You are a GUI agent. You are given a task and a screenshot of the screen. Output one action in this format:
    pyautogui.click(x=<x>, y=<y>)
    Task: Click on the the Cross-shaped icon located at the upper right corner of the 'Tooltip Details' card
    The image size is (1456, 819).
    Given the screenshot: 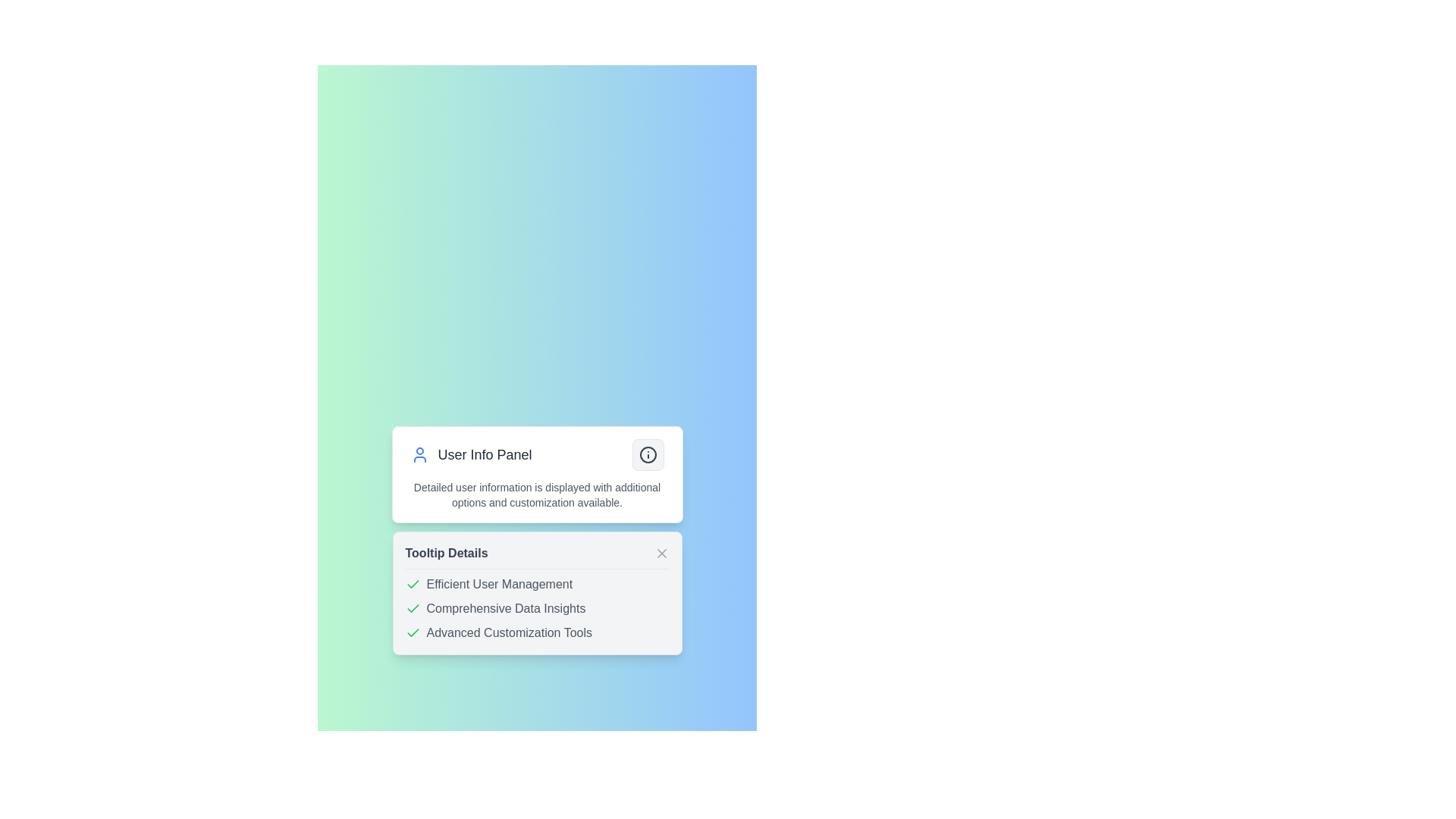 What is the action you would take?
    pyautogui.click(x=661, y=553)
    